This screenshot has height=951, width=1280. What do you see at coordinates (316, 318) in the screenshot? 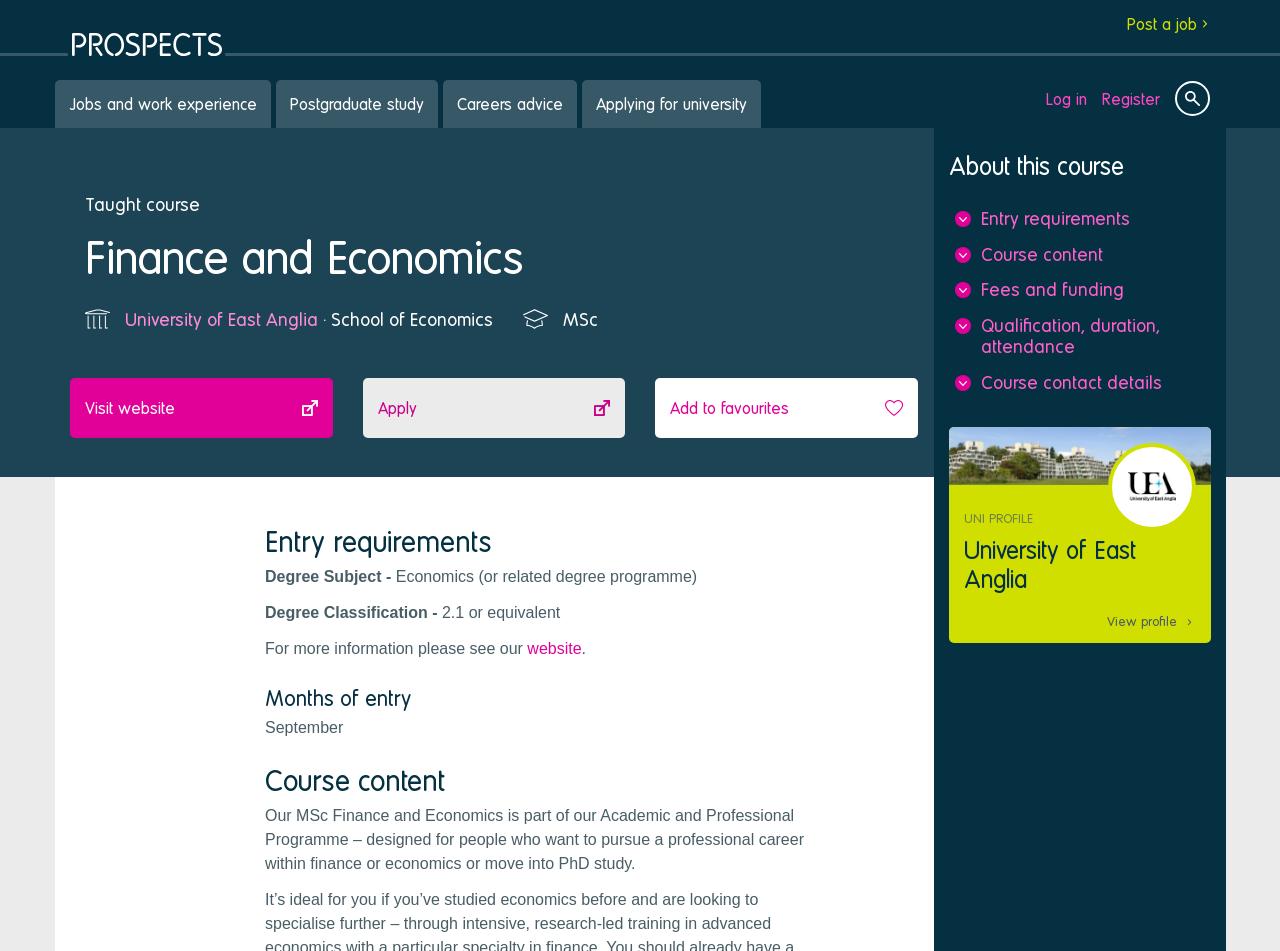
I see `'· School of Economics'` at bounding box center [316, 318].